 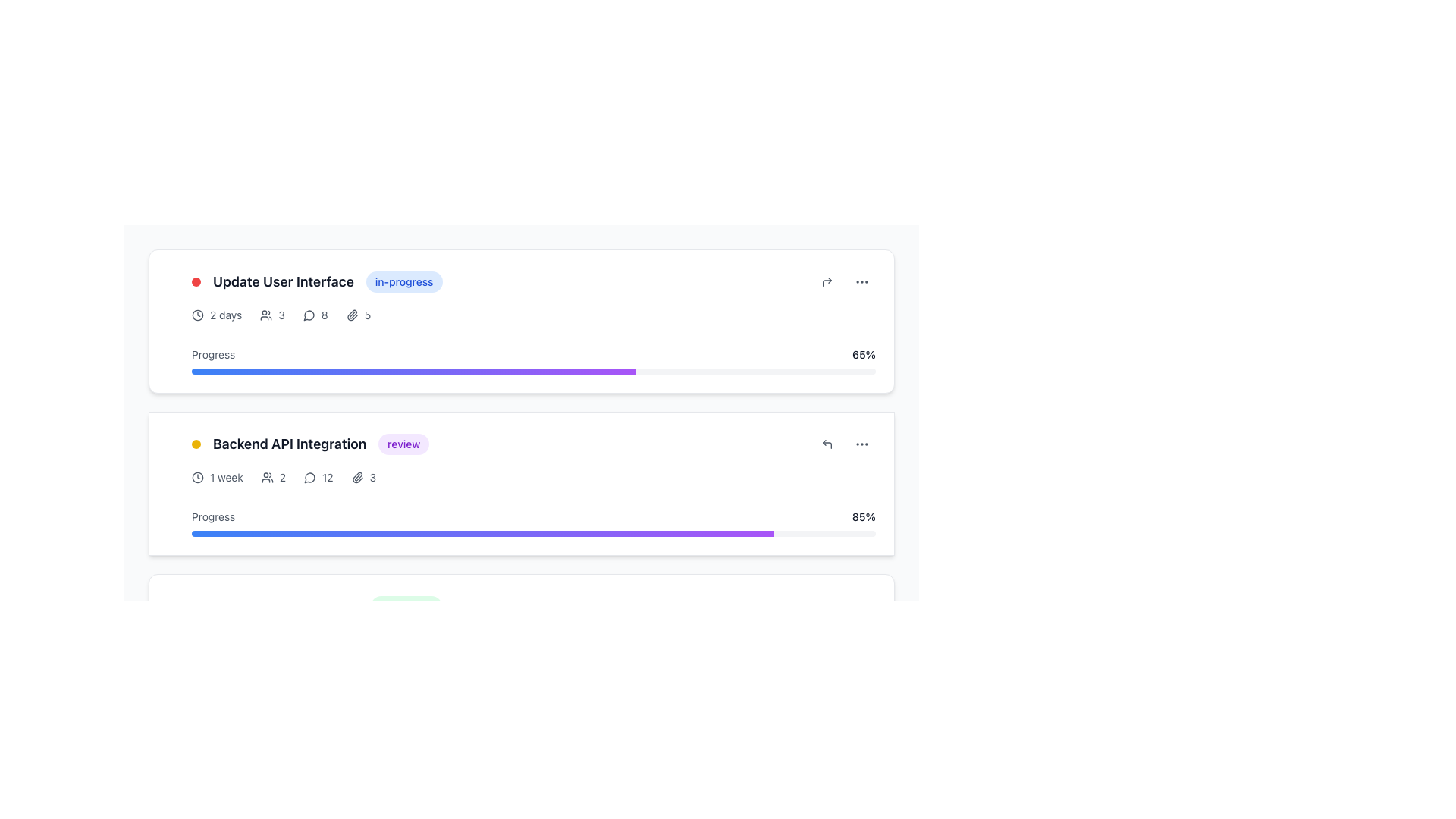 What do you see at coordinates (225, 315) in the screenshot?
I see `the text label that provides information about the time associated with the task, located under the task title 'Update User Interface' and following a clock icon in the upper task card` at bounding box center [225, 315].